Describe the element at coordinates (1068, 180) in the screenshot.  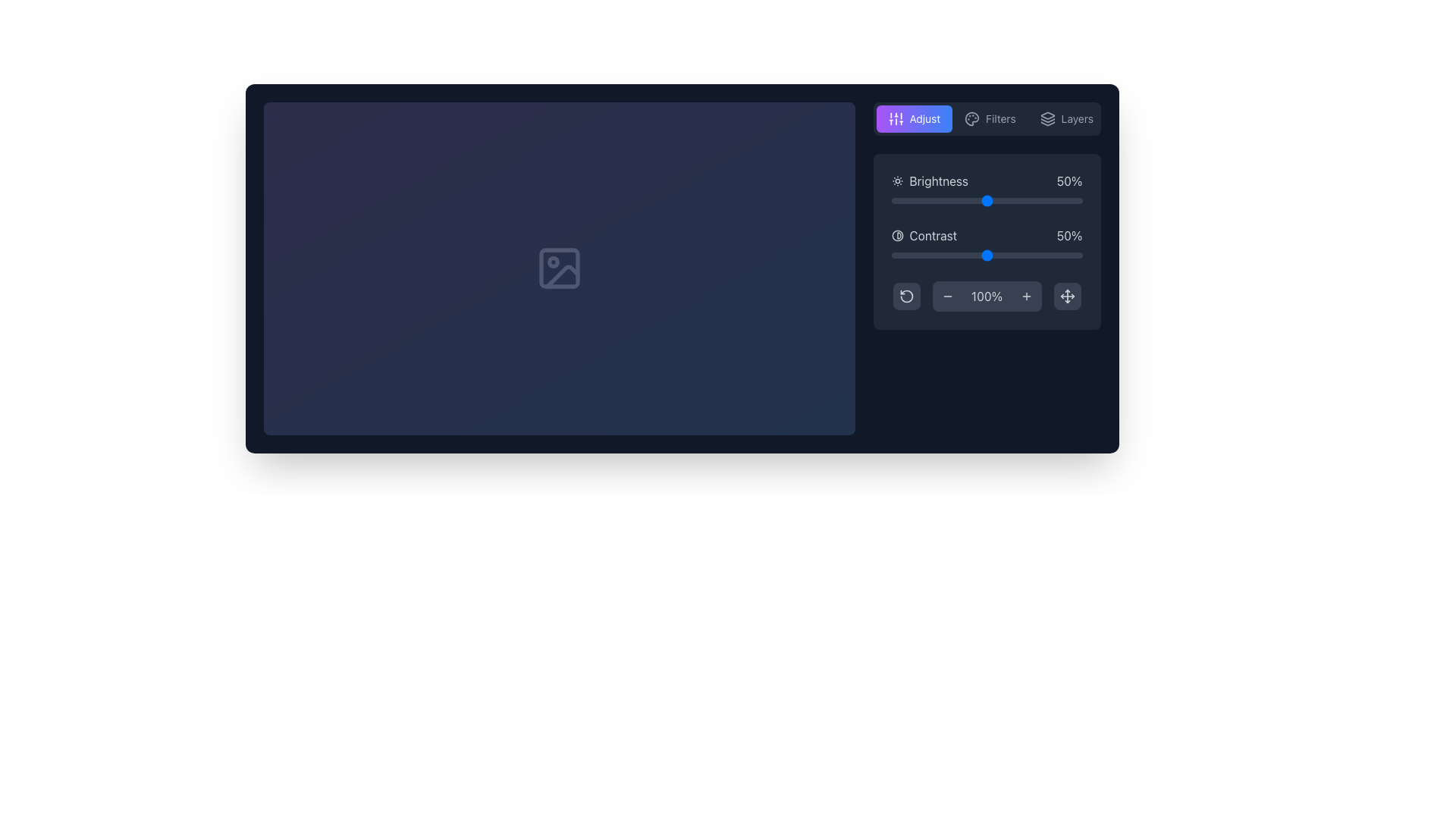
I see `the label displaying '50%' in white font against a dark background, located on the right side of the interface near the top of the 'Brightness' slider` at that location.